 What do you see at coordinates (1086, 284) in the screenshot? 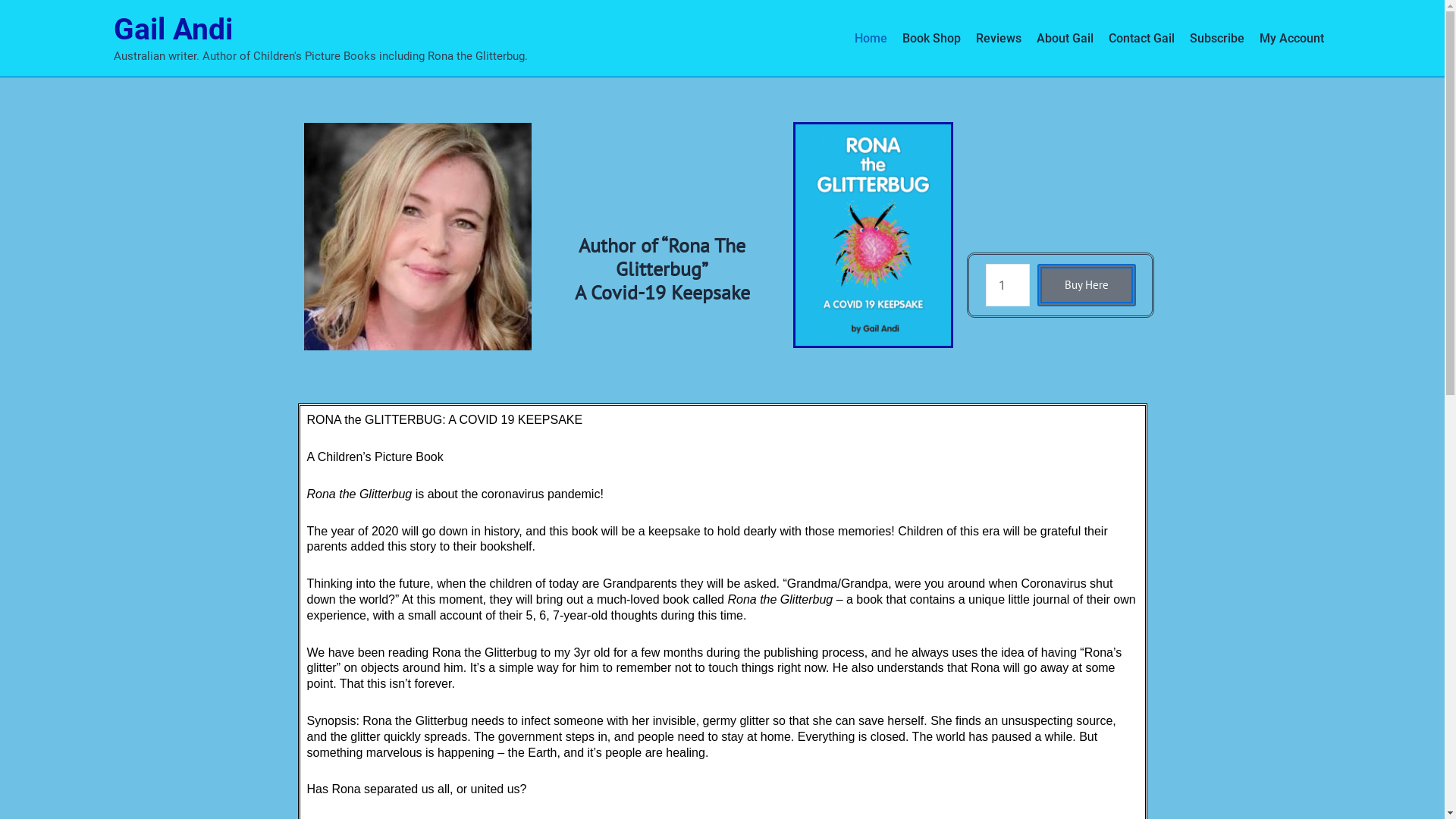
I see `'Buy Here'` at bounding box center [1086, 284].